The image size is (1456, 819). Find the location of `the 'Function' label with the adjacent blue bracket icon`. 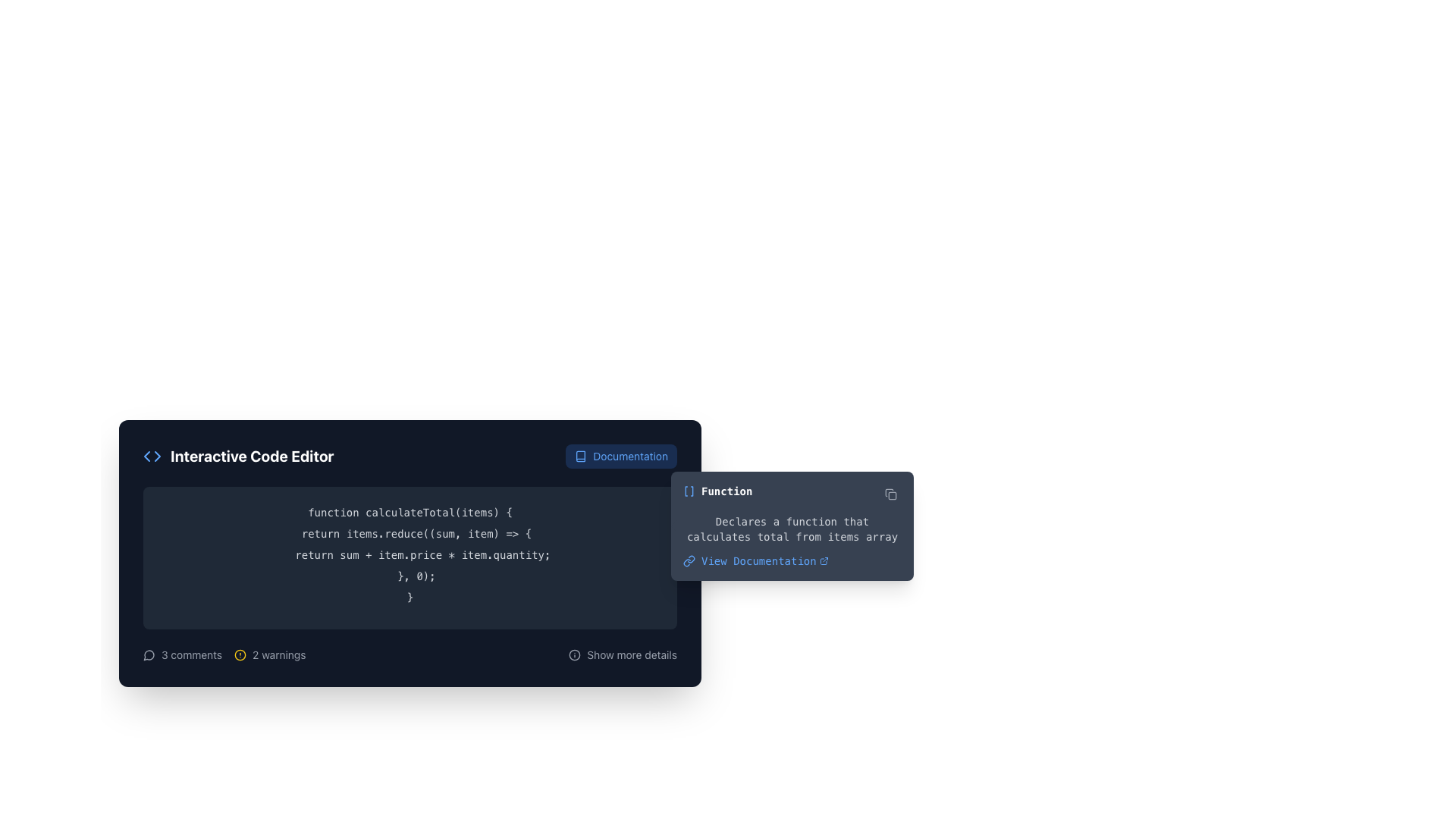

the 'Function' label with the adjacent blue bracket icon is located at coordinates (717, 491).